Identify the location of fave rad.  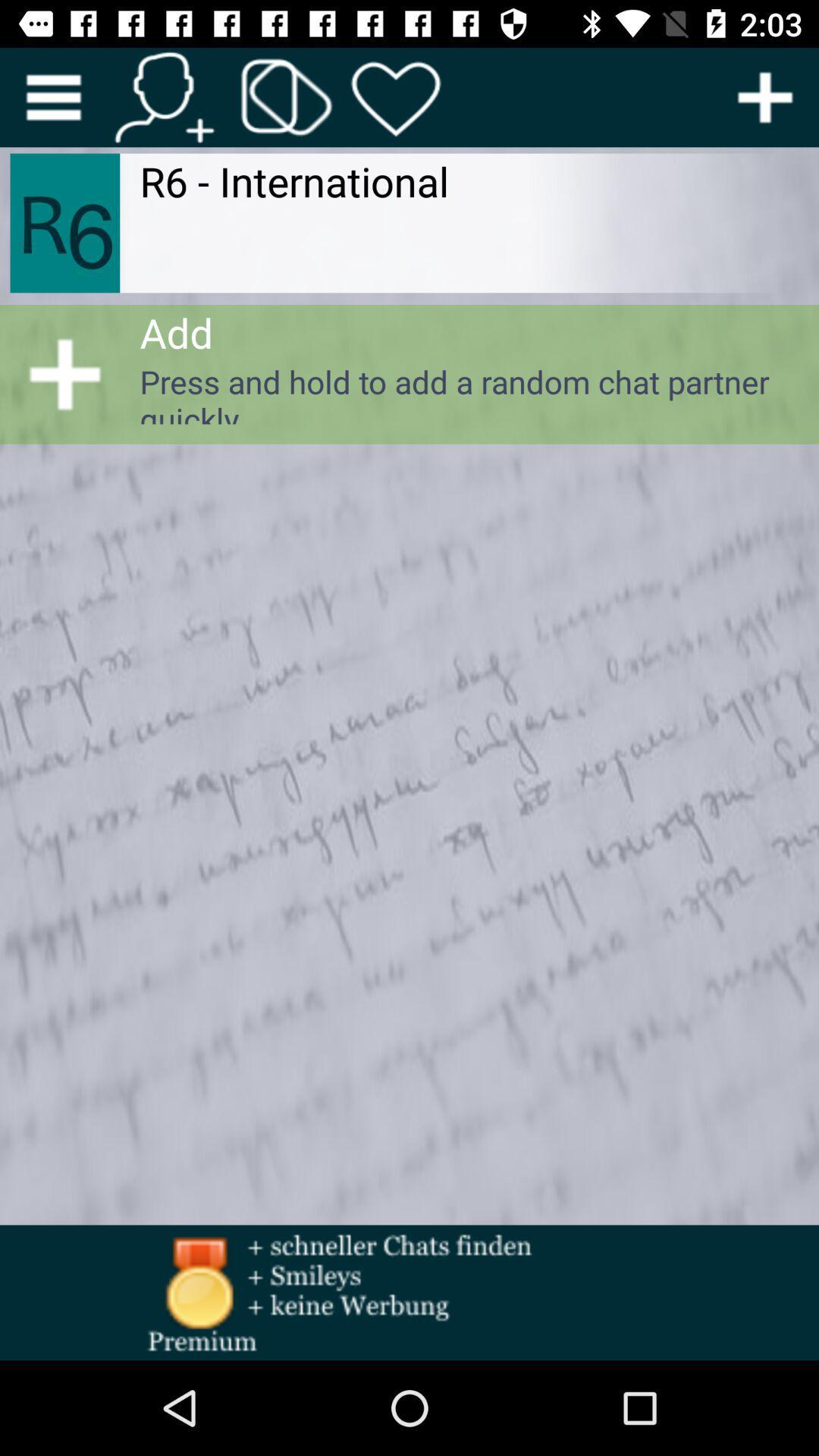
(396, 96).